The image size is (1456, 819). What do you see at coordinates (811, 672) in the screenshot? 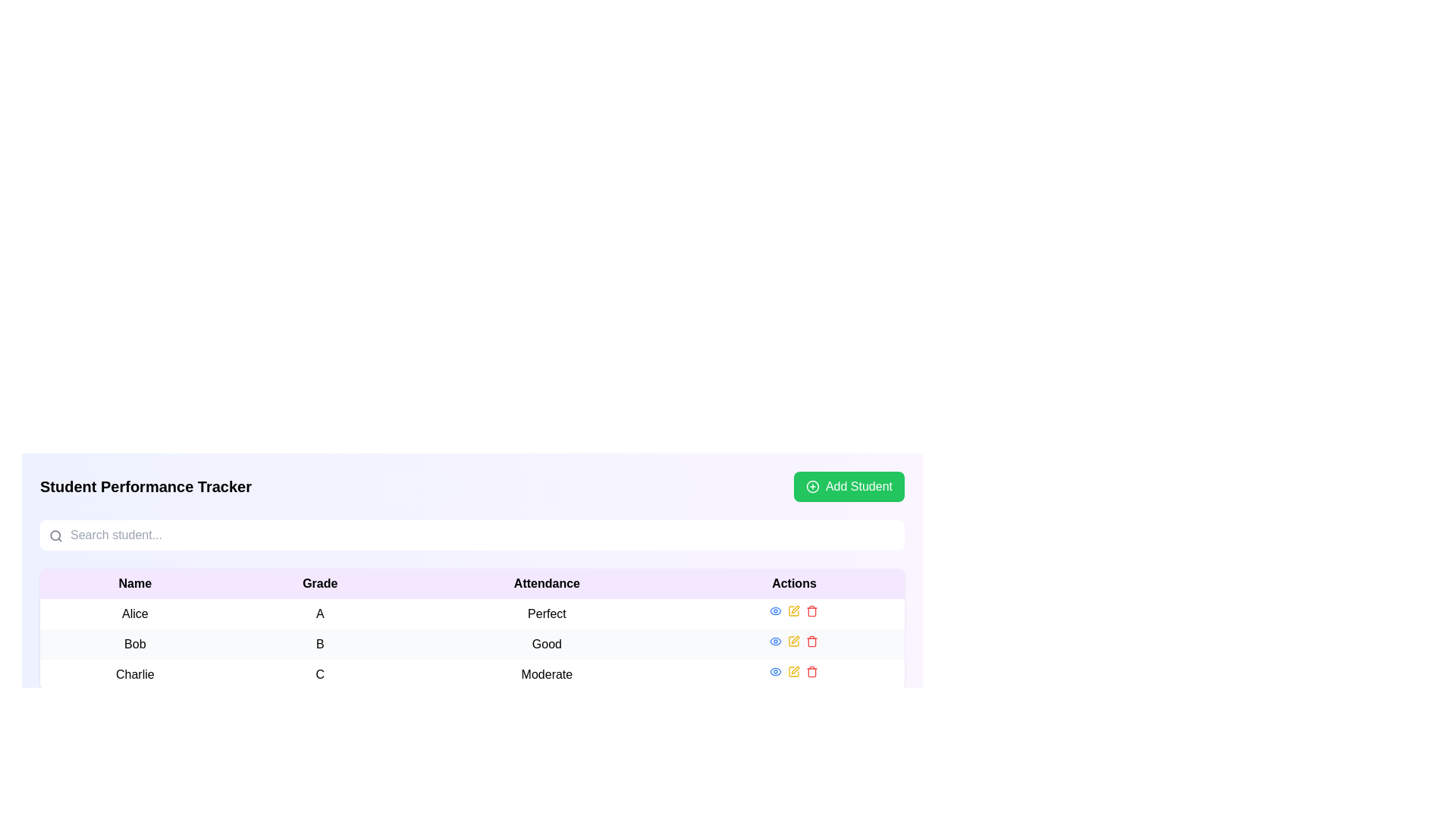
I see `the delete icon (trash can) located in the Actions column of the table, associated with the last row for 'Charlie'` at bounding box center [811, 672].